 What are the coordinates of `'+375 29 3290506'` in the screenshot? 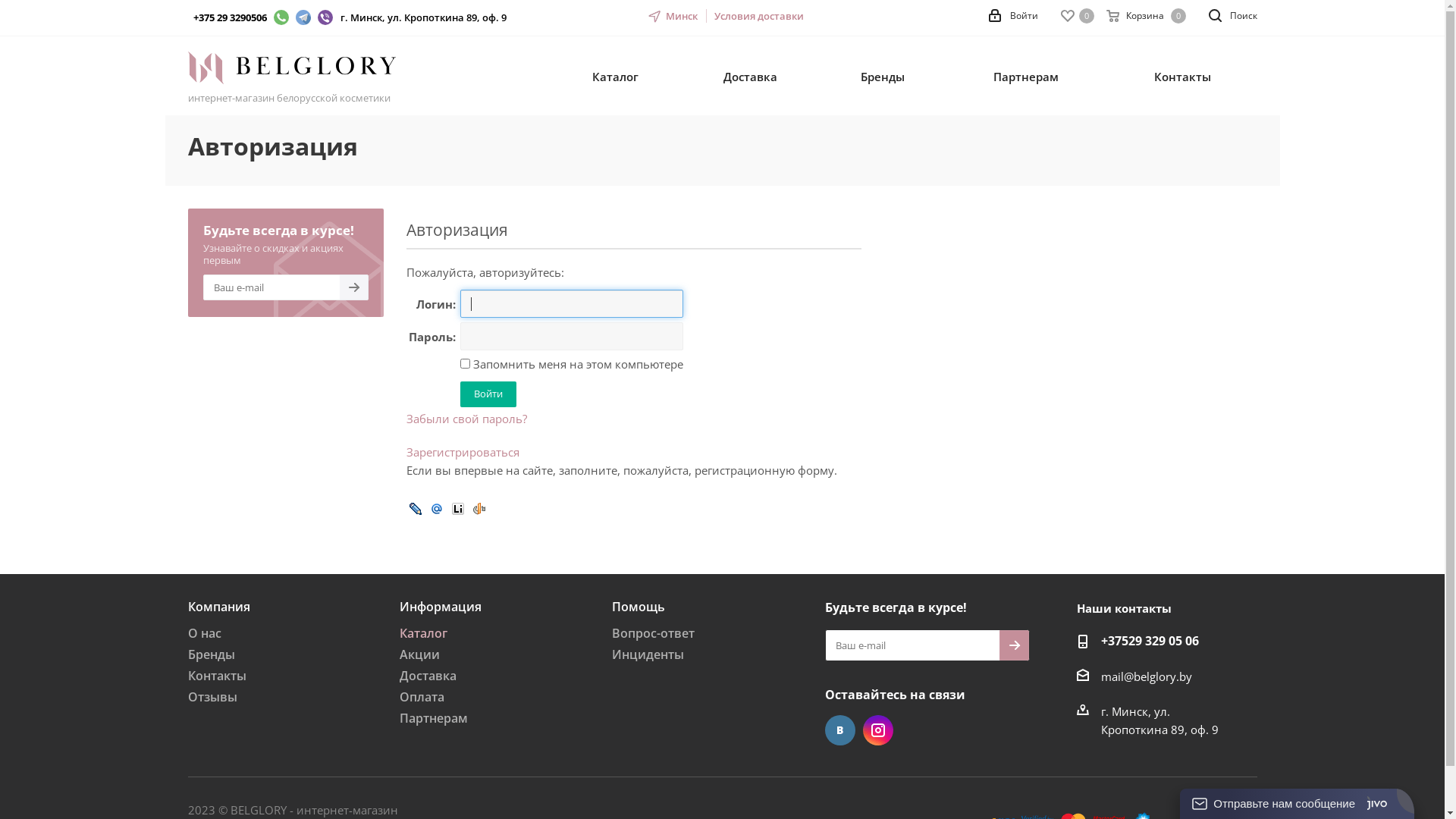 It's located at (192, 17).